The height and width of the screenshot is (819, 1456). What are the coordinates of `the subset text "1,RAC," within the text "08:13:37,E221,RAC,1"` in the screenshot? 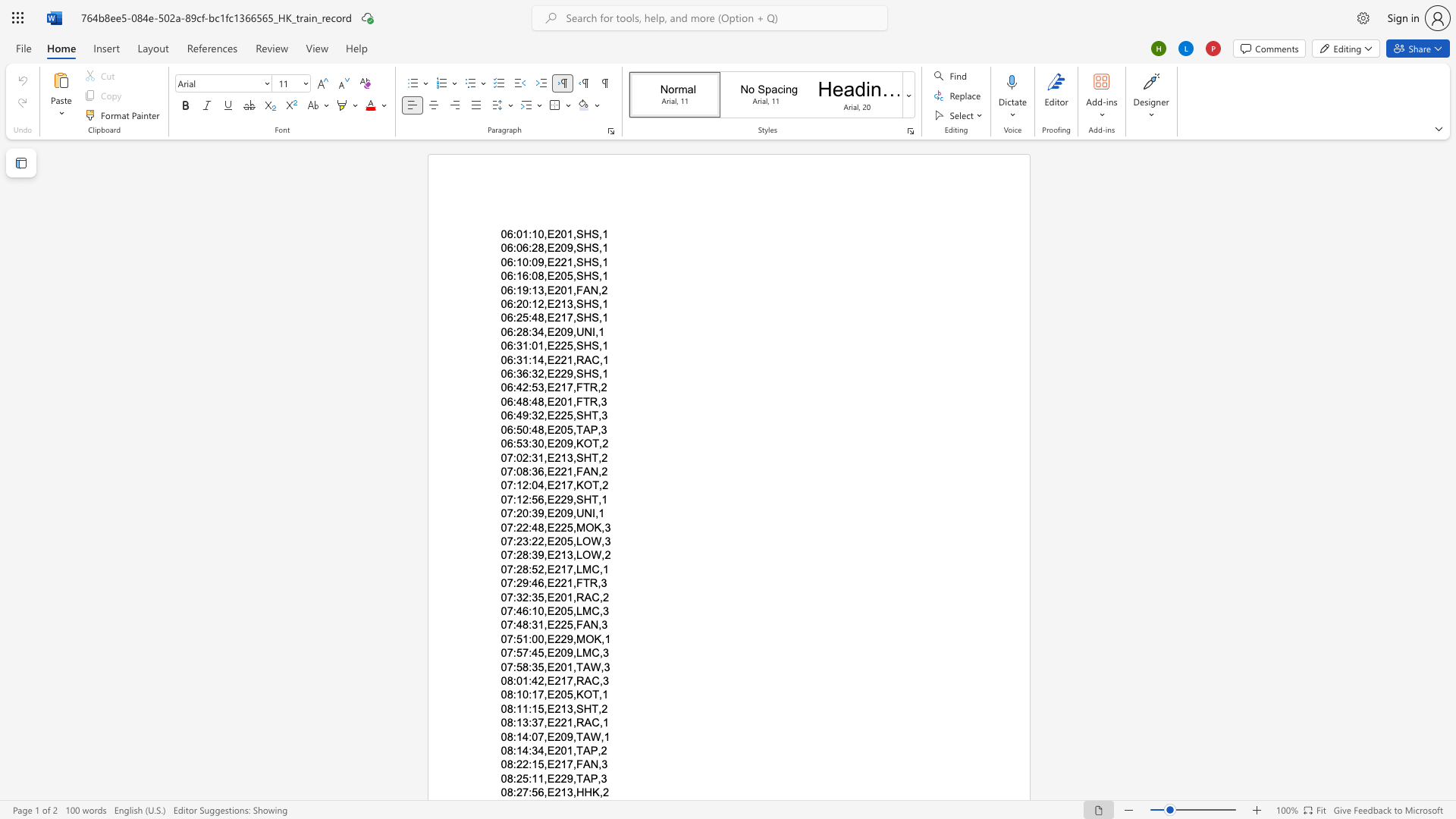 It's located at (566, 722).